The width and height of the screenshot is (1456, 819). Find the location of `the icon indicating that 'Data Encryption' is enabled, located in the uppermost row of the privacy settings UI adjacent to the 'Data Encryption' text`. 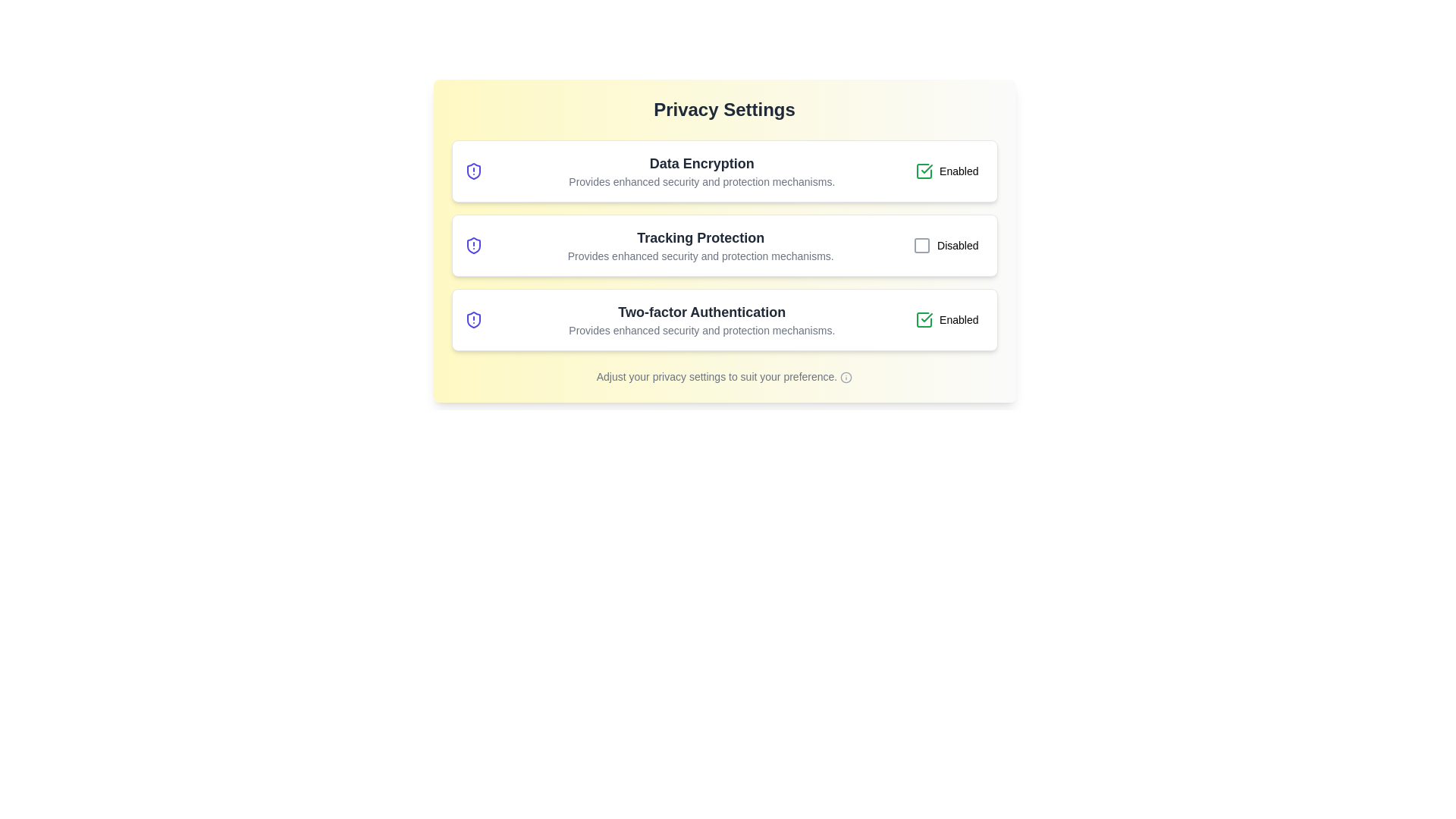

the icon indicating that 'Data Encryption' is enabled, located in the uppermost row of the privacy settings UI adjacent to the 'Data Encryption' text is located at coordinates (924, 318).